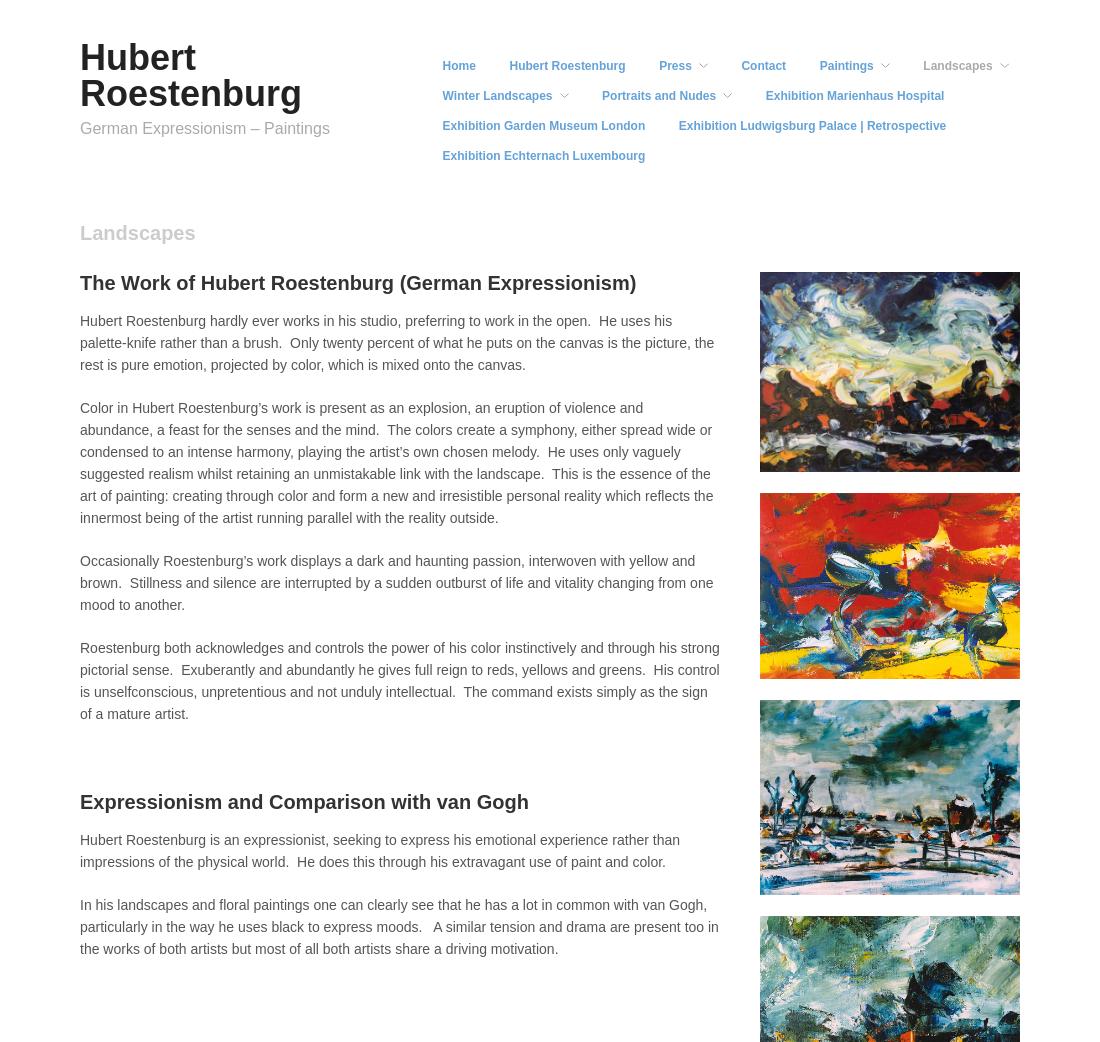 The height and width of the screenshot is (1042, 1100). Describe the element at coordinates (957, 64) in the screenshot. I see `'Landscapes'` at that location.